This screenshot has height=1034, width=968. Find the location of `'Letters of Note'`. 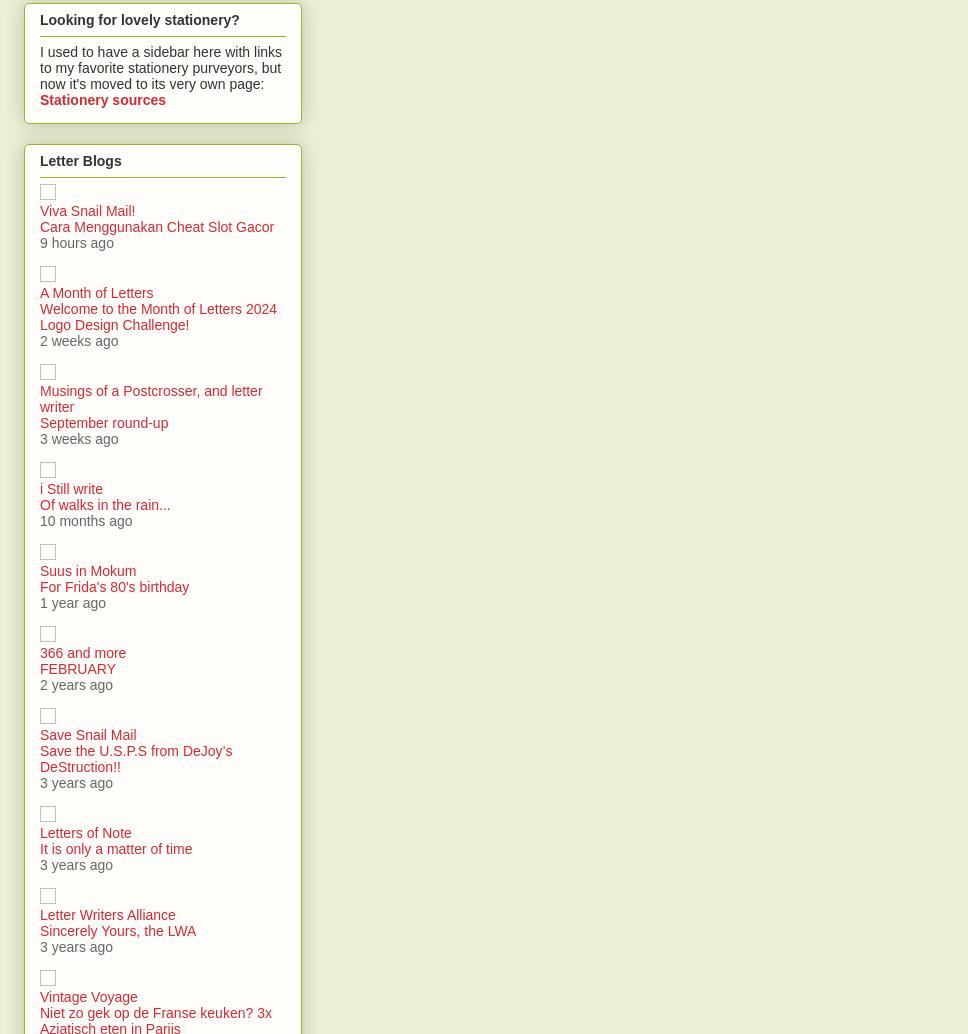

'Letters of Note' is located at coordinates (85, 831).